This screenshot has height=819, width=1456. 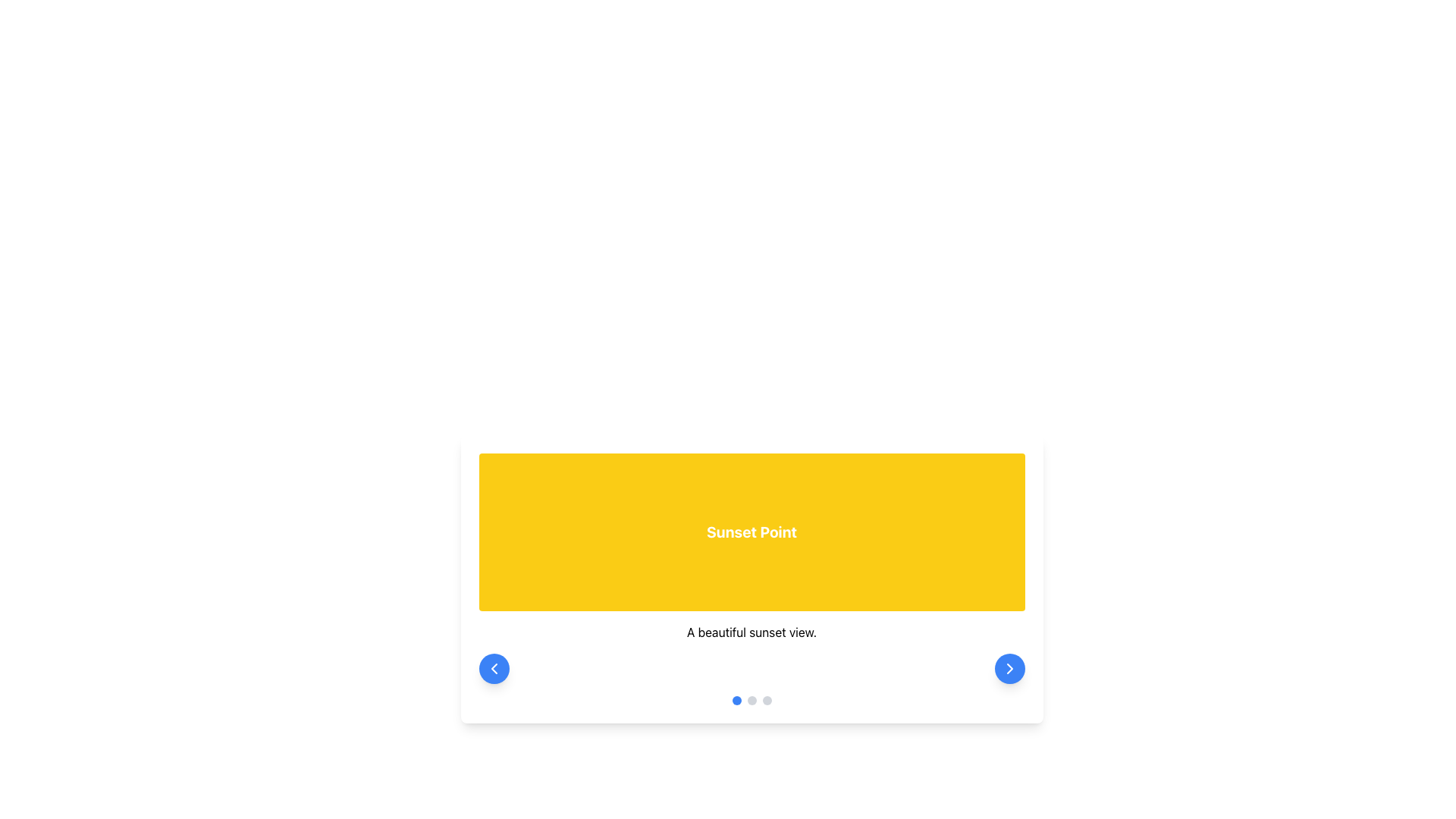 What do you see at coordinates (752, 701) in the screenshot?
I see `the blue circular indicator of the pagination at the bottom-center of the card, which is located below the text 'A beautiful sunset view'` at bounding box center [752, 701].